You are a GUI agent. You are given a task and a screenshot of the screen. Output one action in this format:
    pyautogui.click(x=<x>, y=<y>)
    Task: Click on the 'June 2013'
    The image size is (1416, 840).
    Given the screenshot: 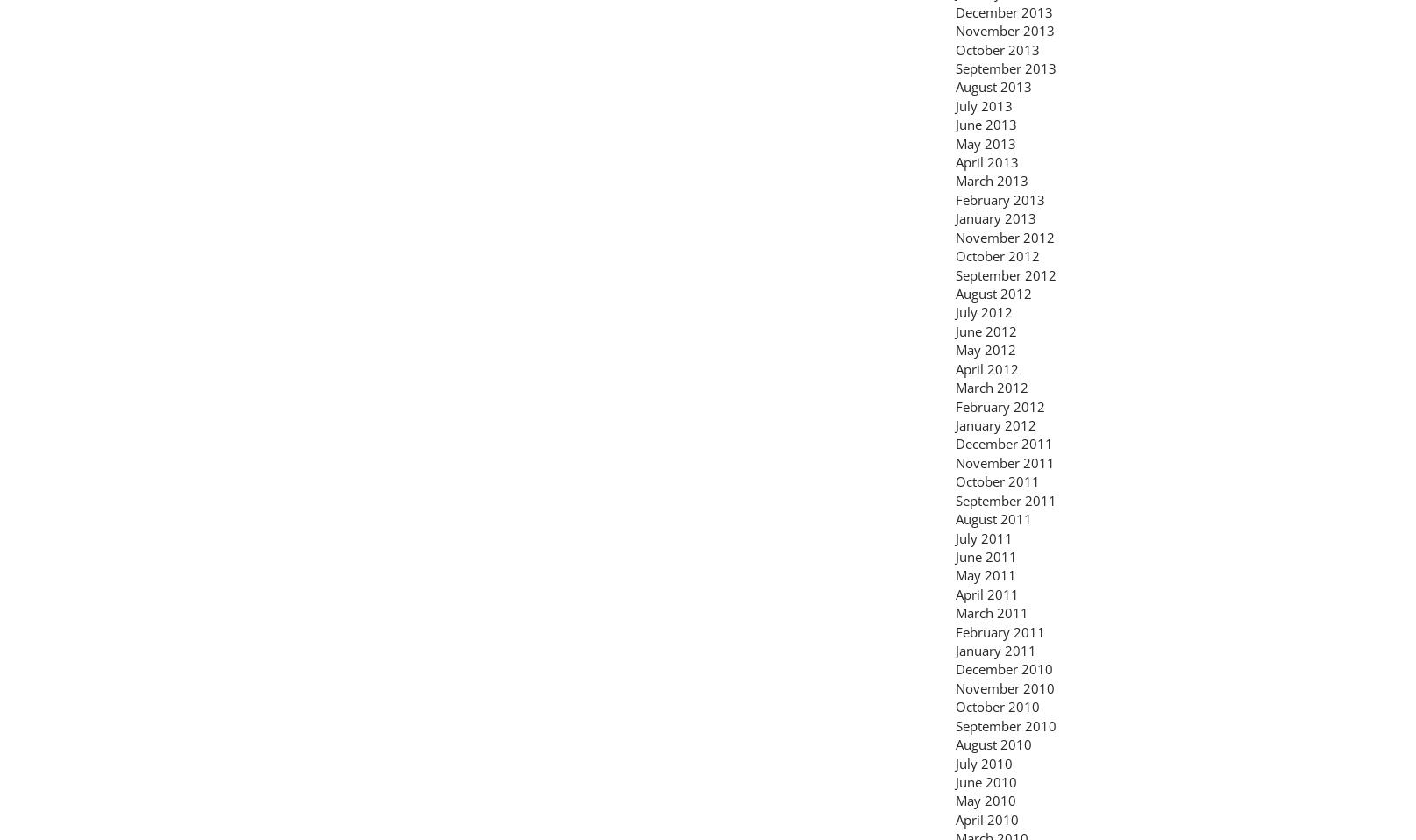 What is the action you would take?
    pyautogui.click(x=986, y=124)
    